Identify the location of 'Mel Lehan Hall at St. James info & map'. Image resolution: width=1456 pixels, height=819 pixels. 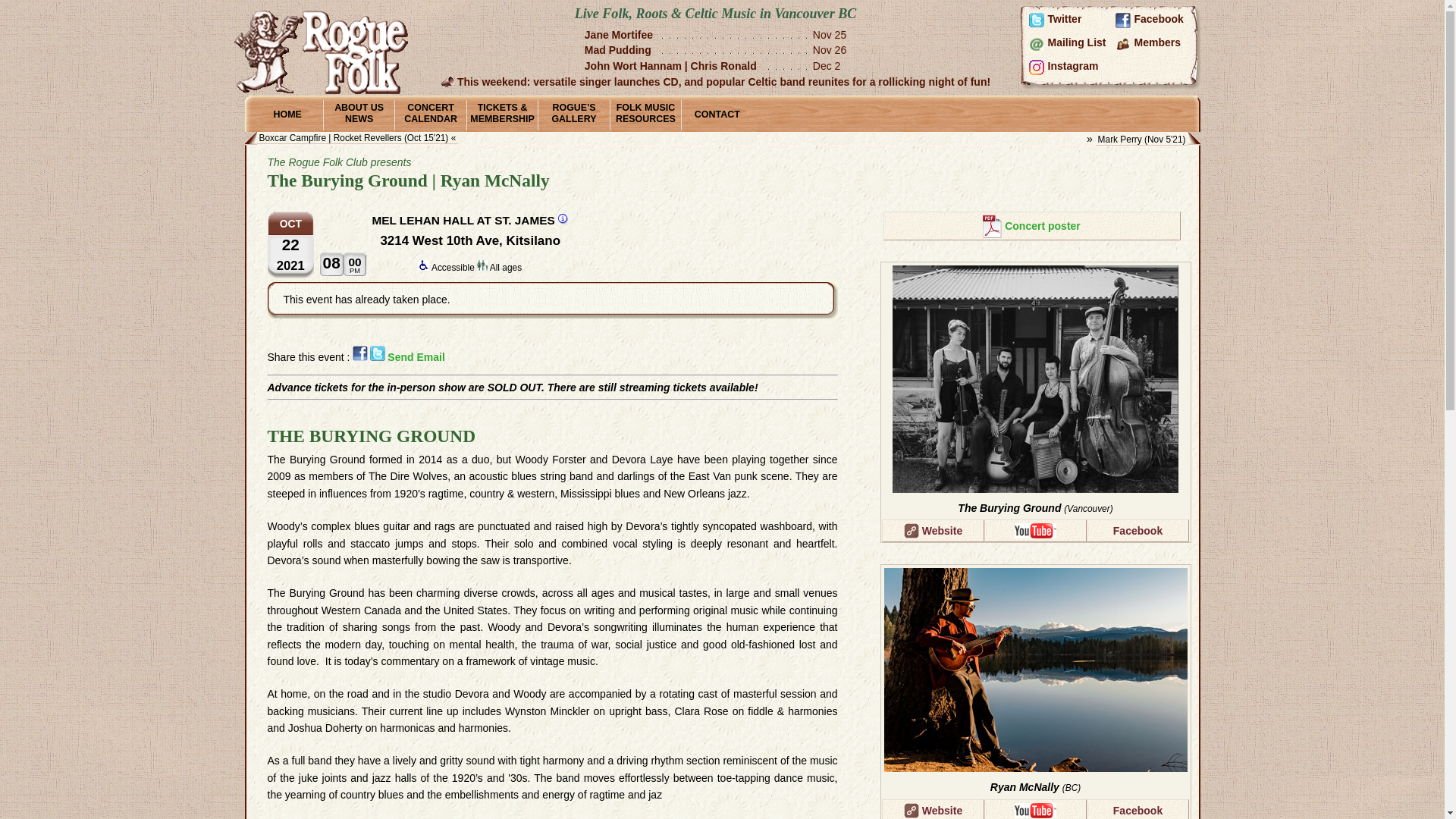
(563, 219).